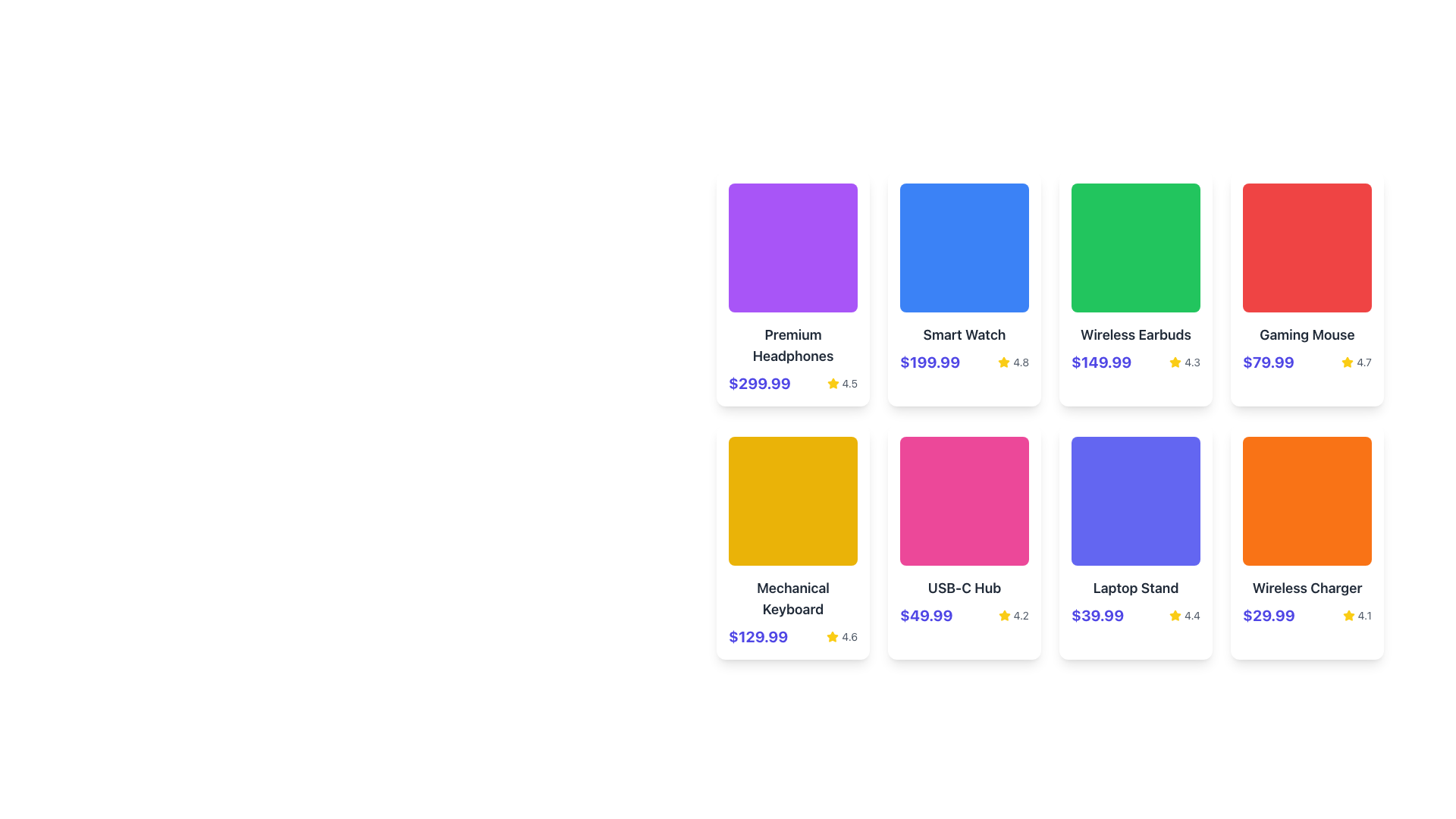 This screenshot has height=819, width=1456. Describe the element at coordinates (1191, 362) in the screenshot. I see `the label displaying the numerical rating '4.3', which is positioned immediately to the right of the yellow star icon in the third card of the item grid` at that location.